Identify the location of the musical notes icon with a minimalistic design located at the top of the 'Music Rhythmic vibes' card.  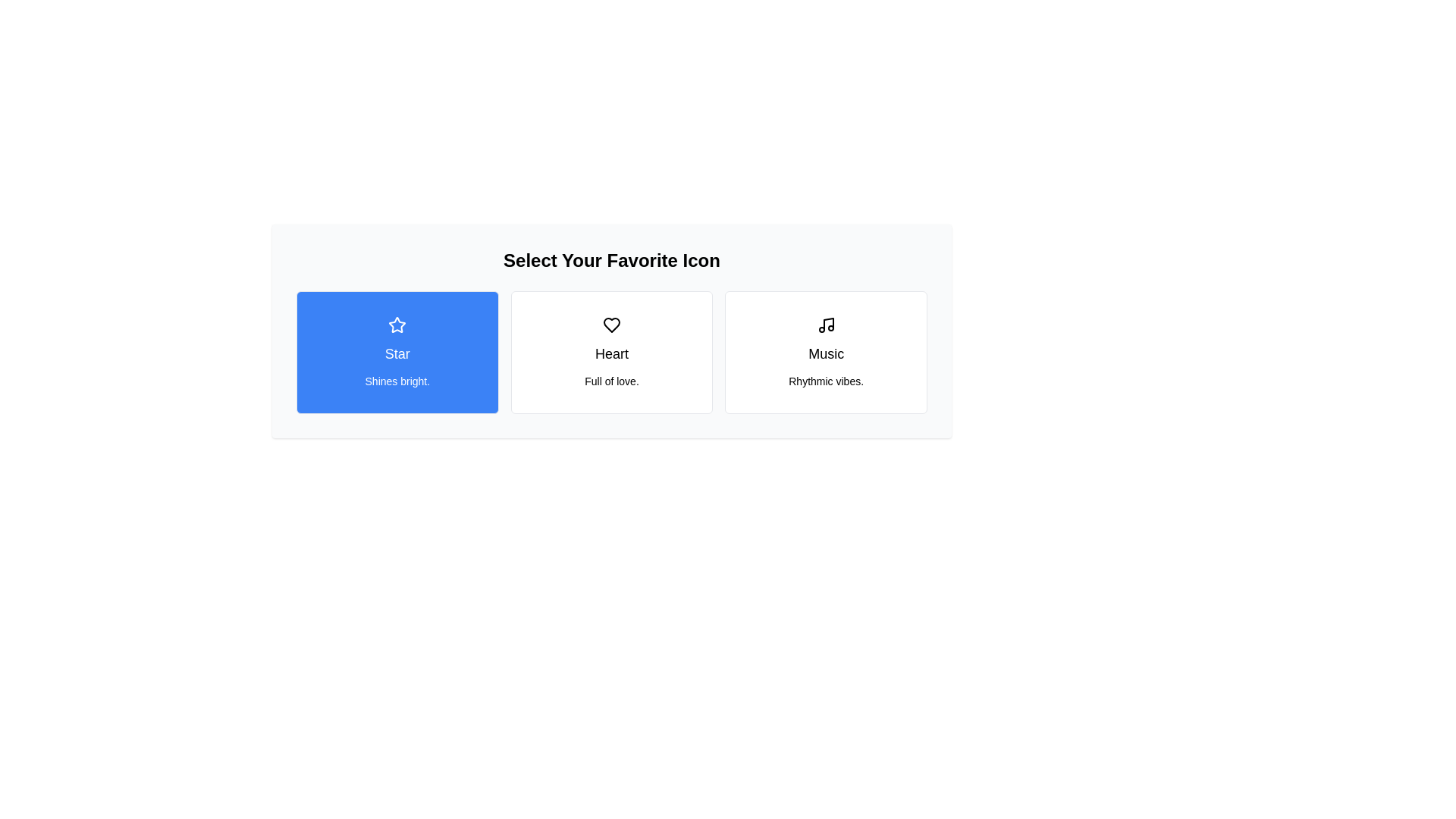
(825, 324).